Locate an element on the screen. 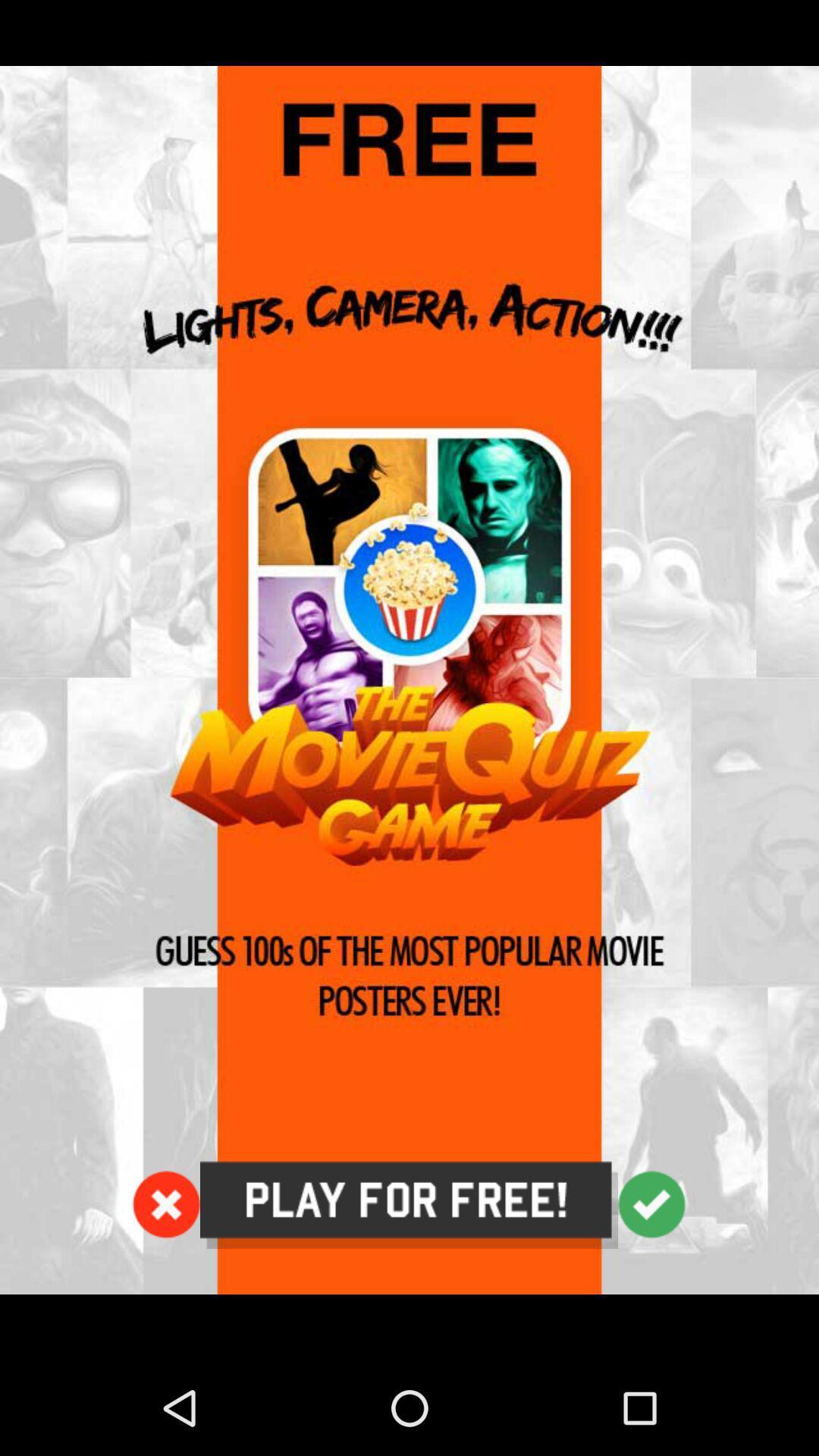 The image size is (819, 1456). icon at the bottom left corner is located at coordinates (166, 1203).